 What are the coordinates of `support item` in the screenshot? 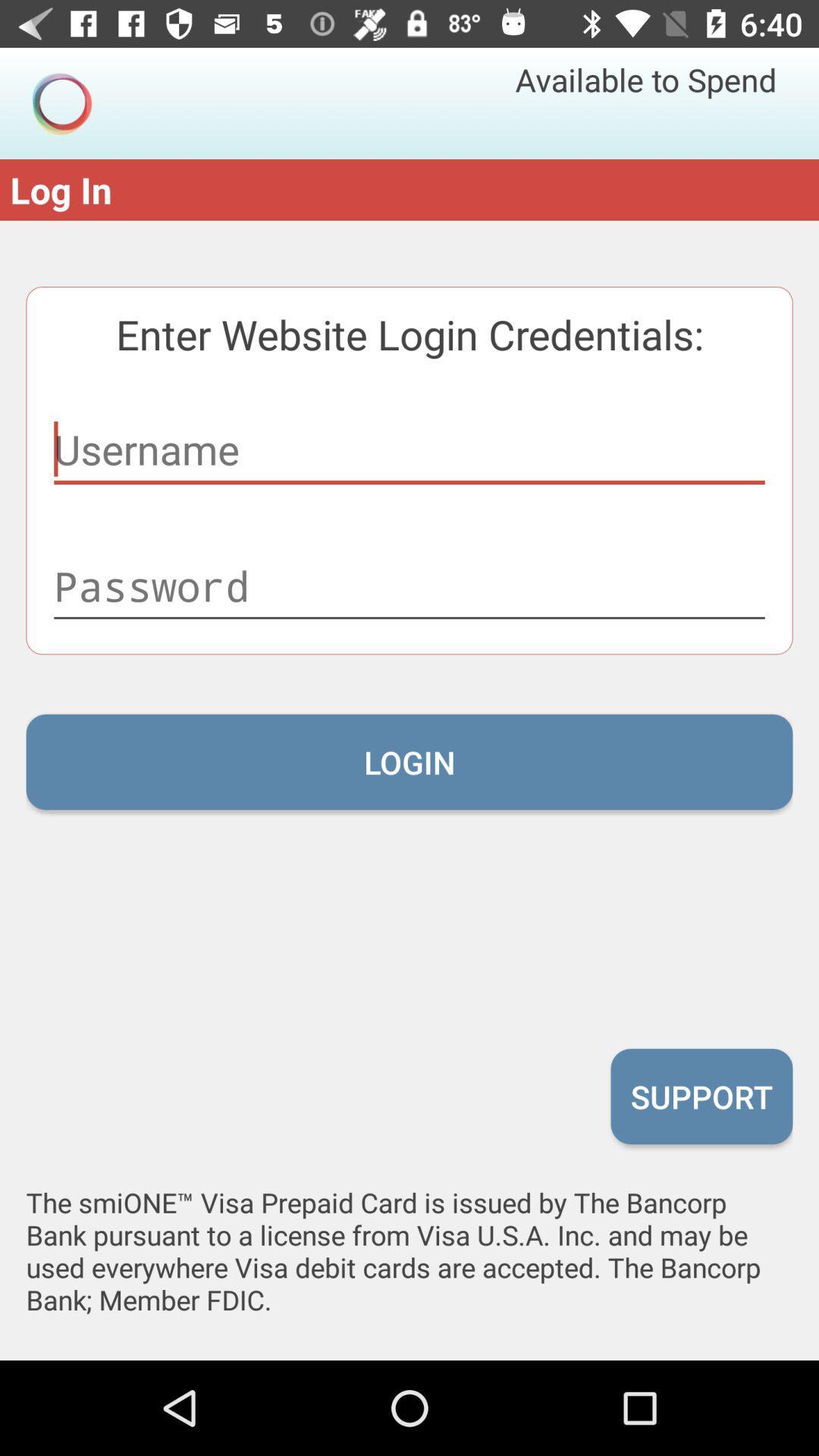 It's located at (701, 1096).